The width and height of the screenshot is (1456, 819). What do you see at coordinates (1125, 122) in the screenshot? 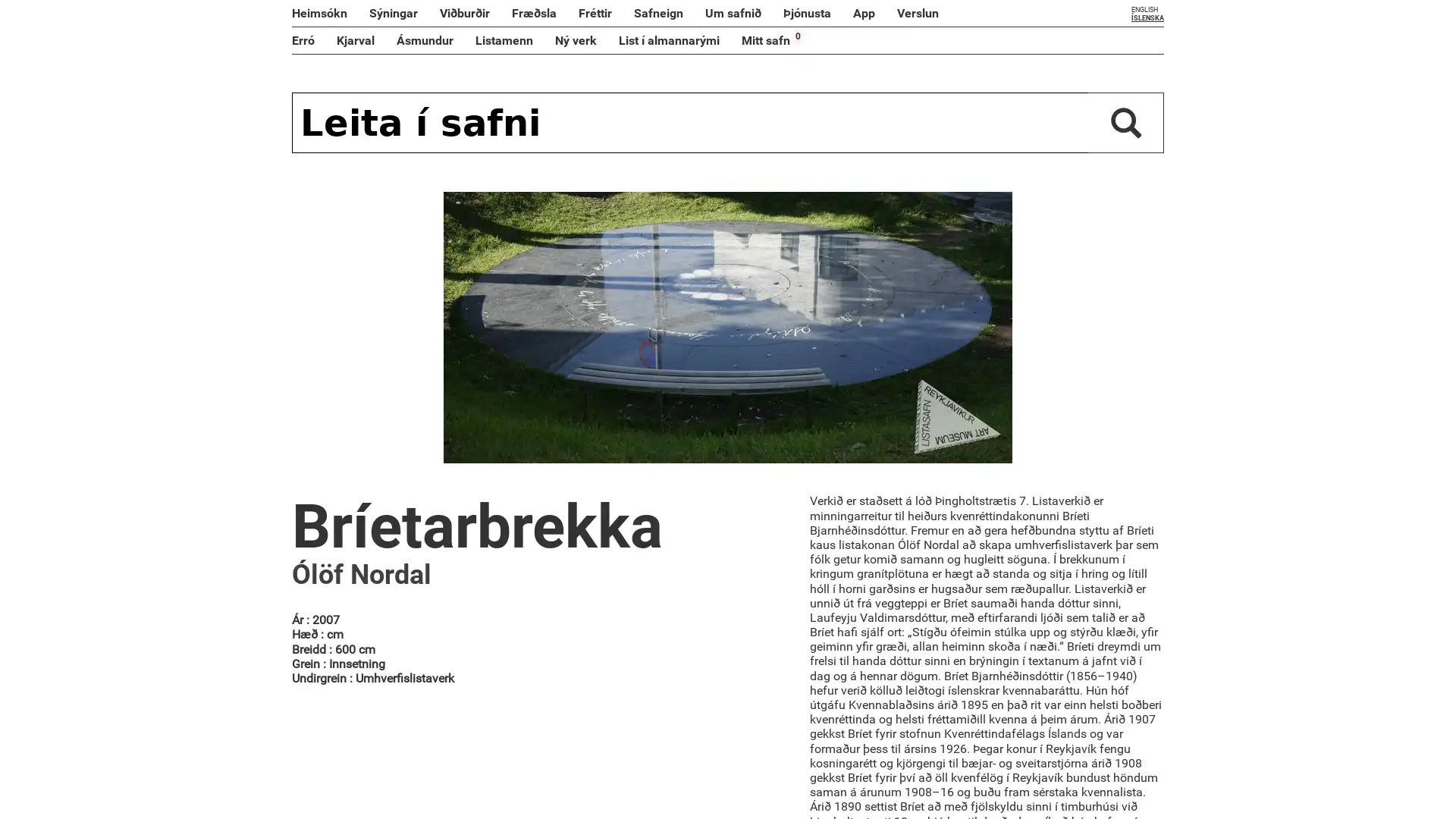
I see `HVA VILTU FINNA?` at bounding box center [1125, 122].